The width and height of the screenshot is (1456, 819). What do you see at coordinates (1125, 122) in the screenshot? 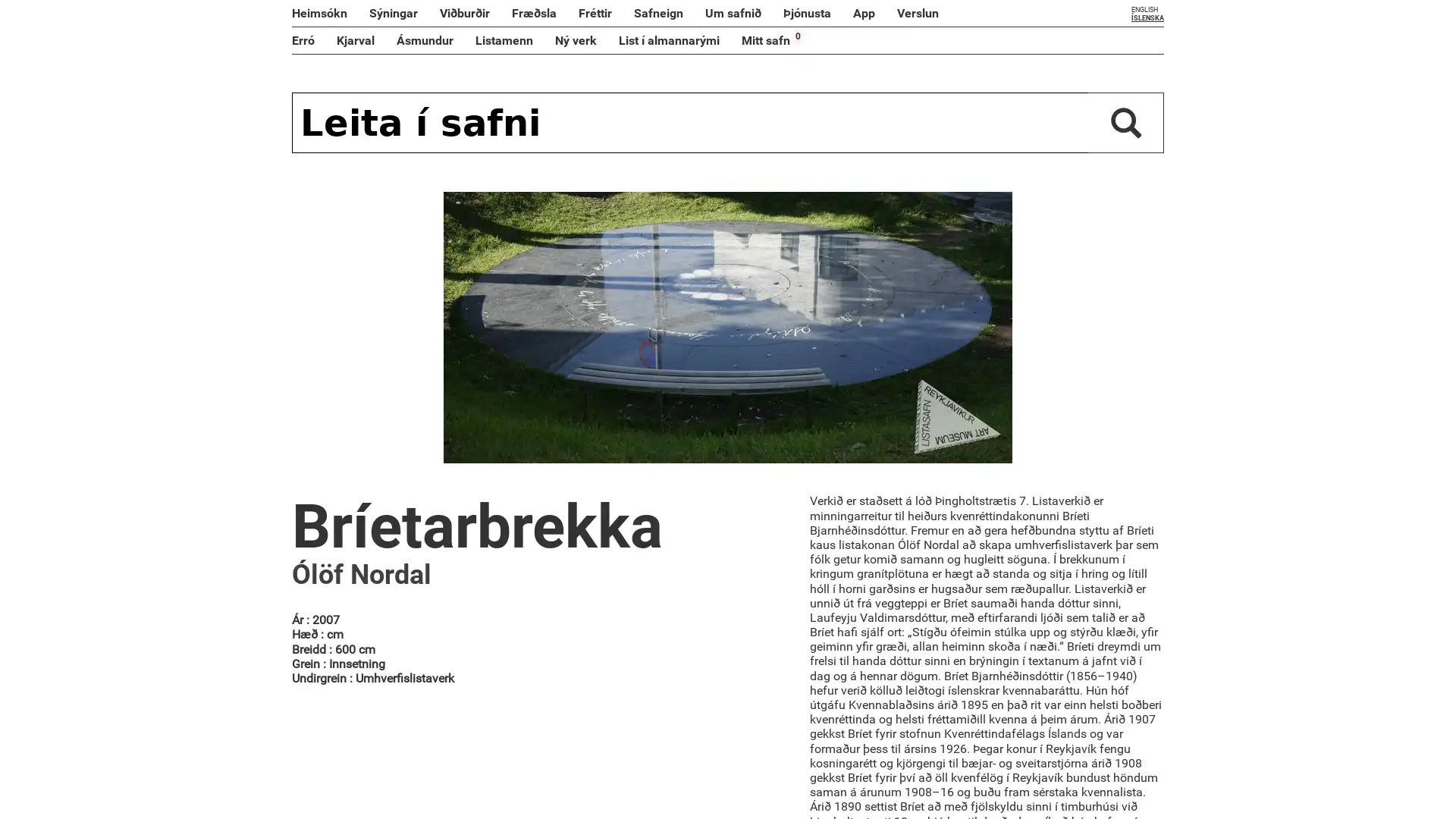
I see `HVA VILTU FINNA?` at bounding box center [1125, 122].